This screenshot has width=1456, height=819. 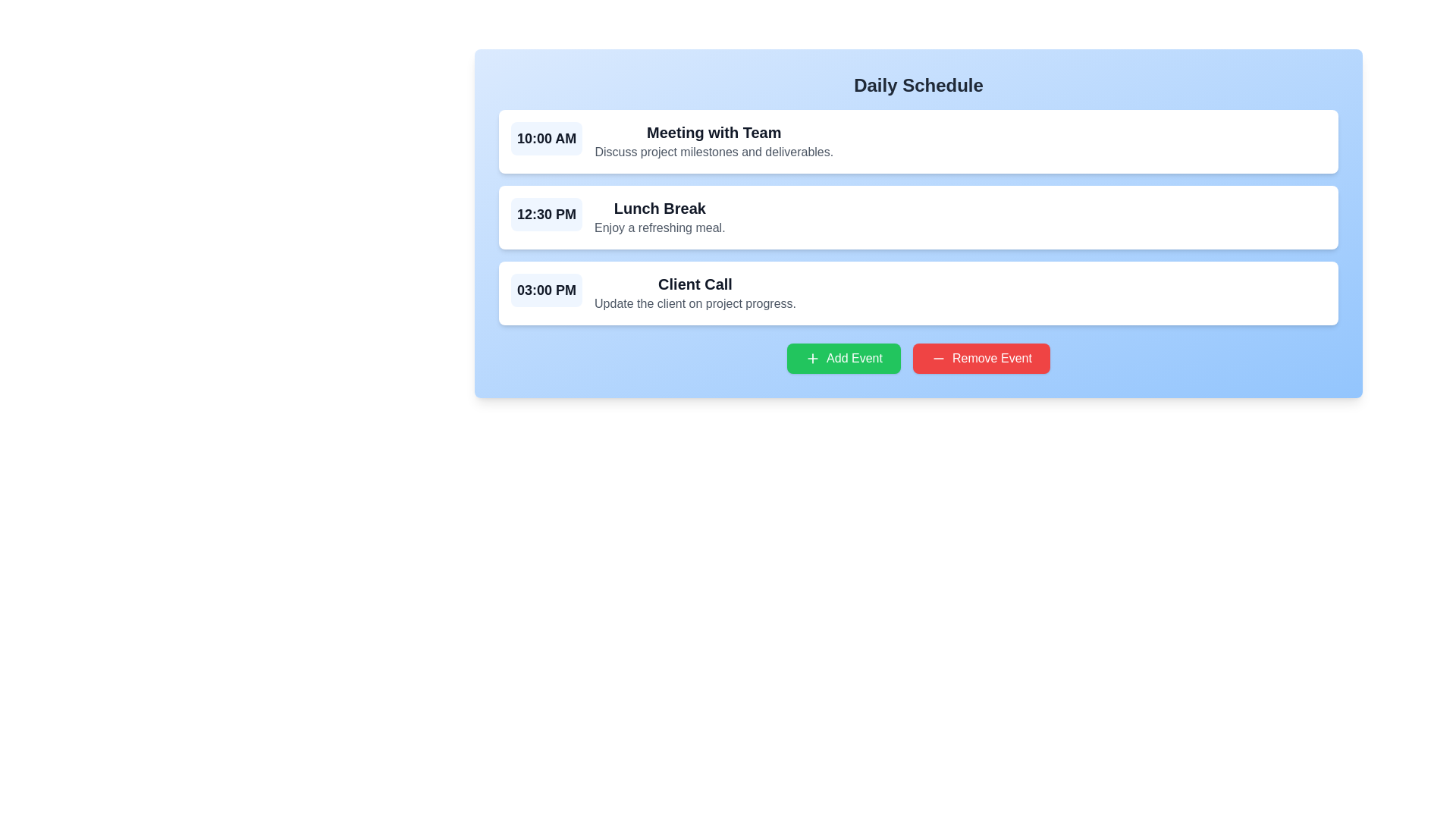 I want to click on text from the title and description block for the event scheduled at '03:00 PM', which includes 'Client Call' and details about the agenda, so click(x=694, y=293).